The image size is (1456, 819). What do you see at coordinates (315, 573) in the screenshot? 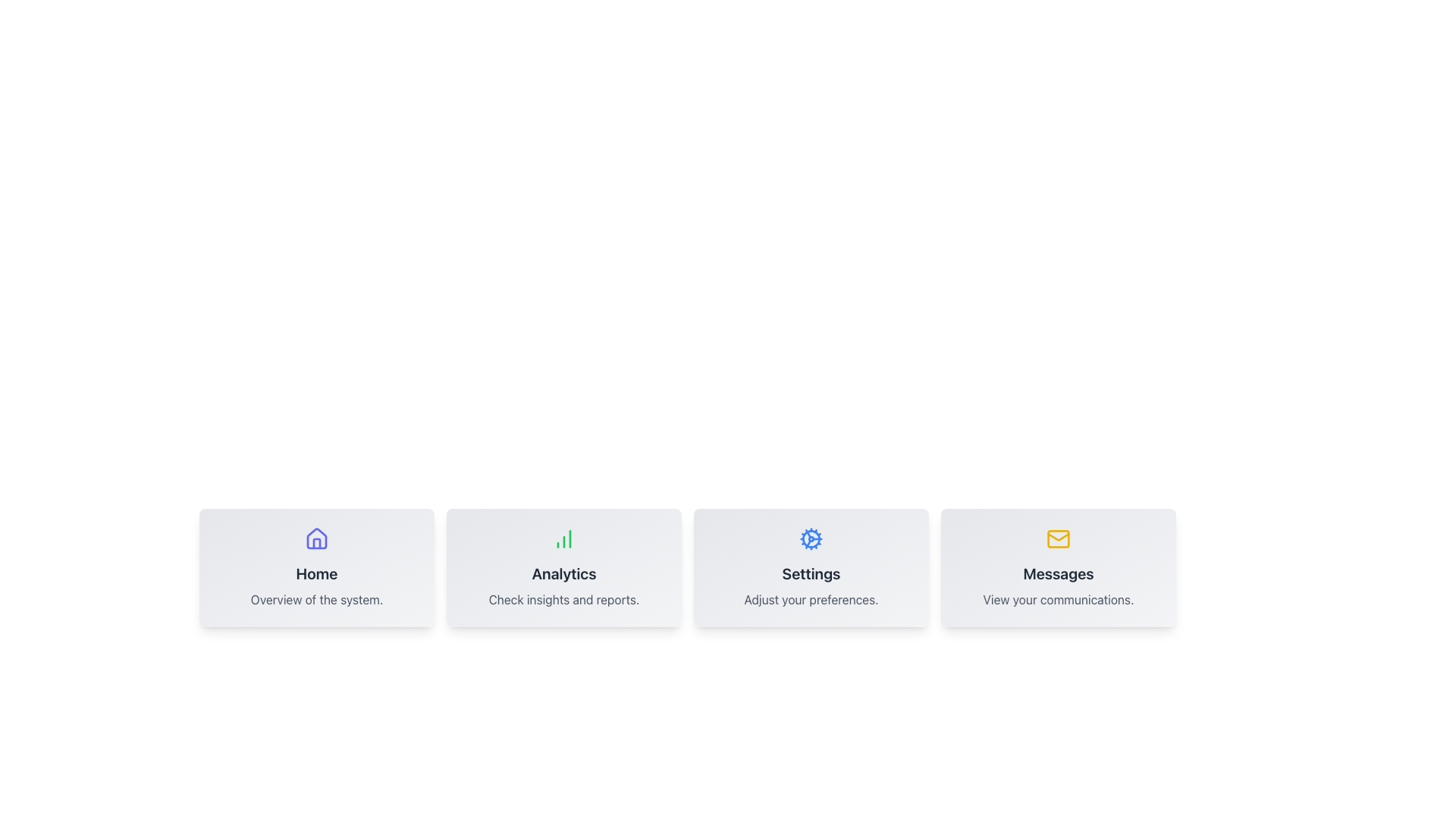
I see `the 'Home' text label, which is styled with a large, bold, dark gray font and is positioned directly below the house icon within its card` at bounding box center [315, 573].